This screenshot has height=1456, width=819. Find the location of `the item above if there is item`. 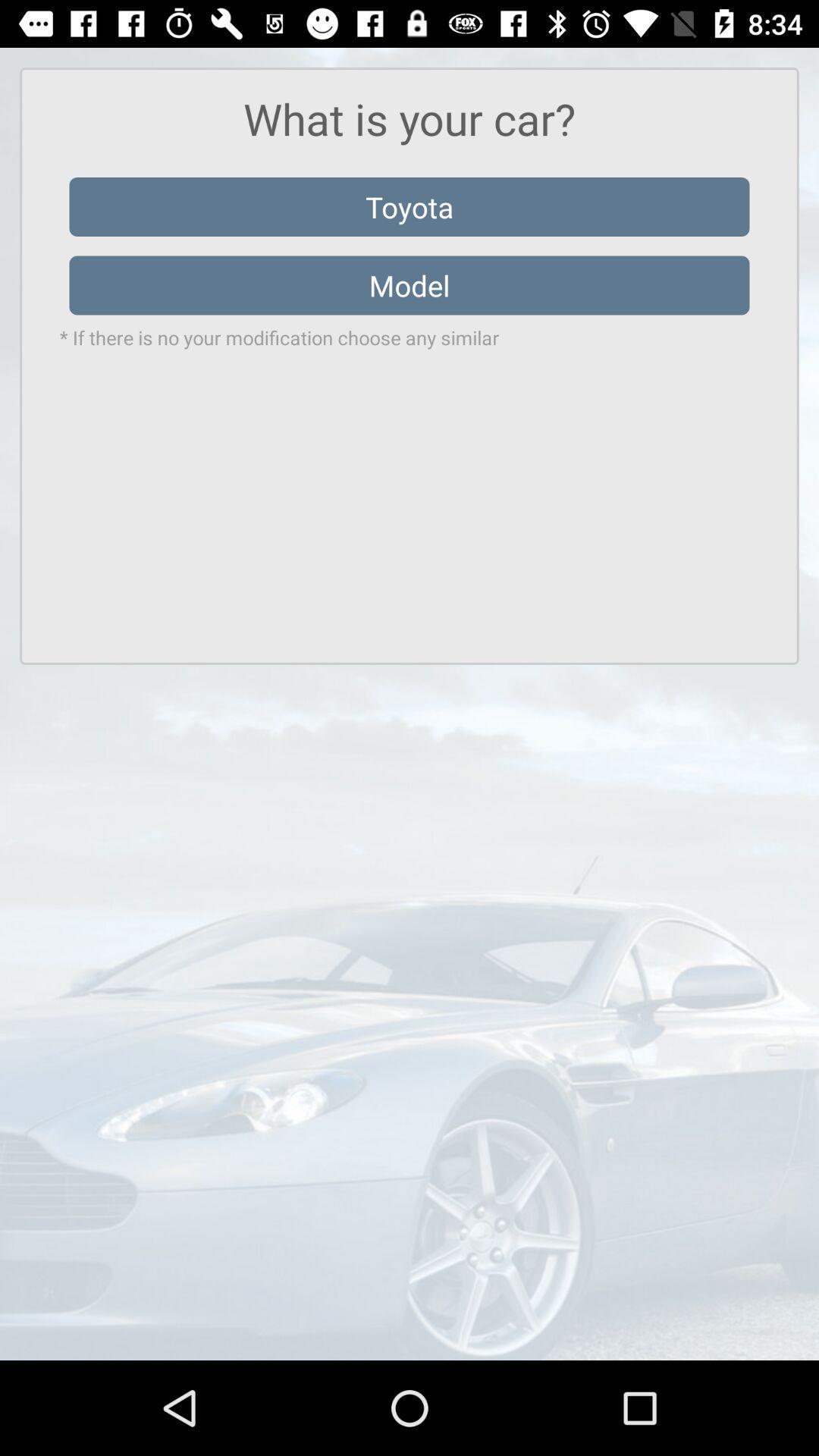

the item above if there is item is located at coordinates (409, 285).